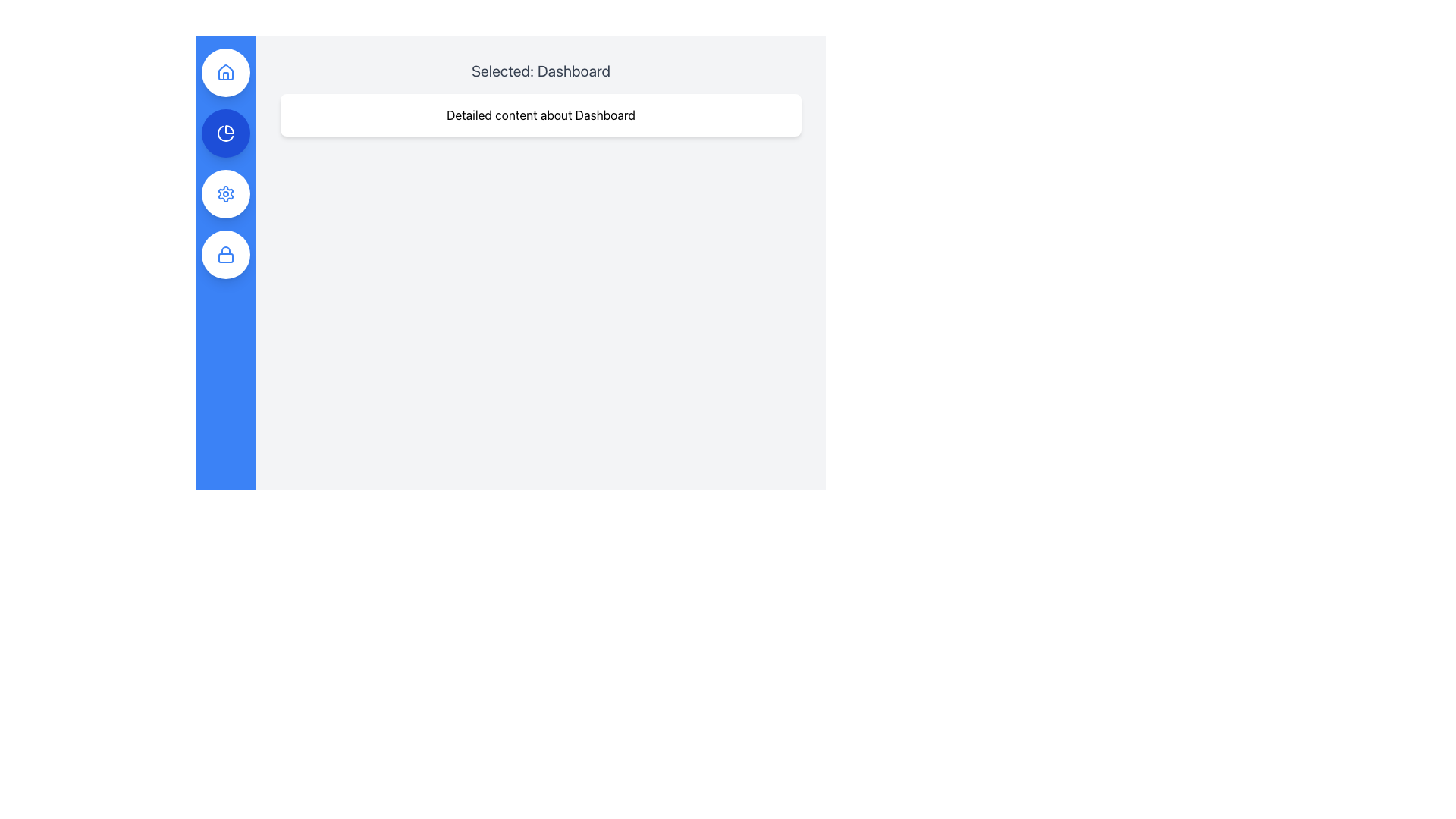 The image size is (1456, 819). Describe the element at coordinates (224, 253) in the screenshot. I see `the circular button with a white background and blue border that contains a lock icon, located as the fourth button in the vertical list on the left sidebar` at that location.